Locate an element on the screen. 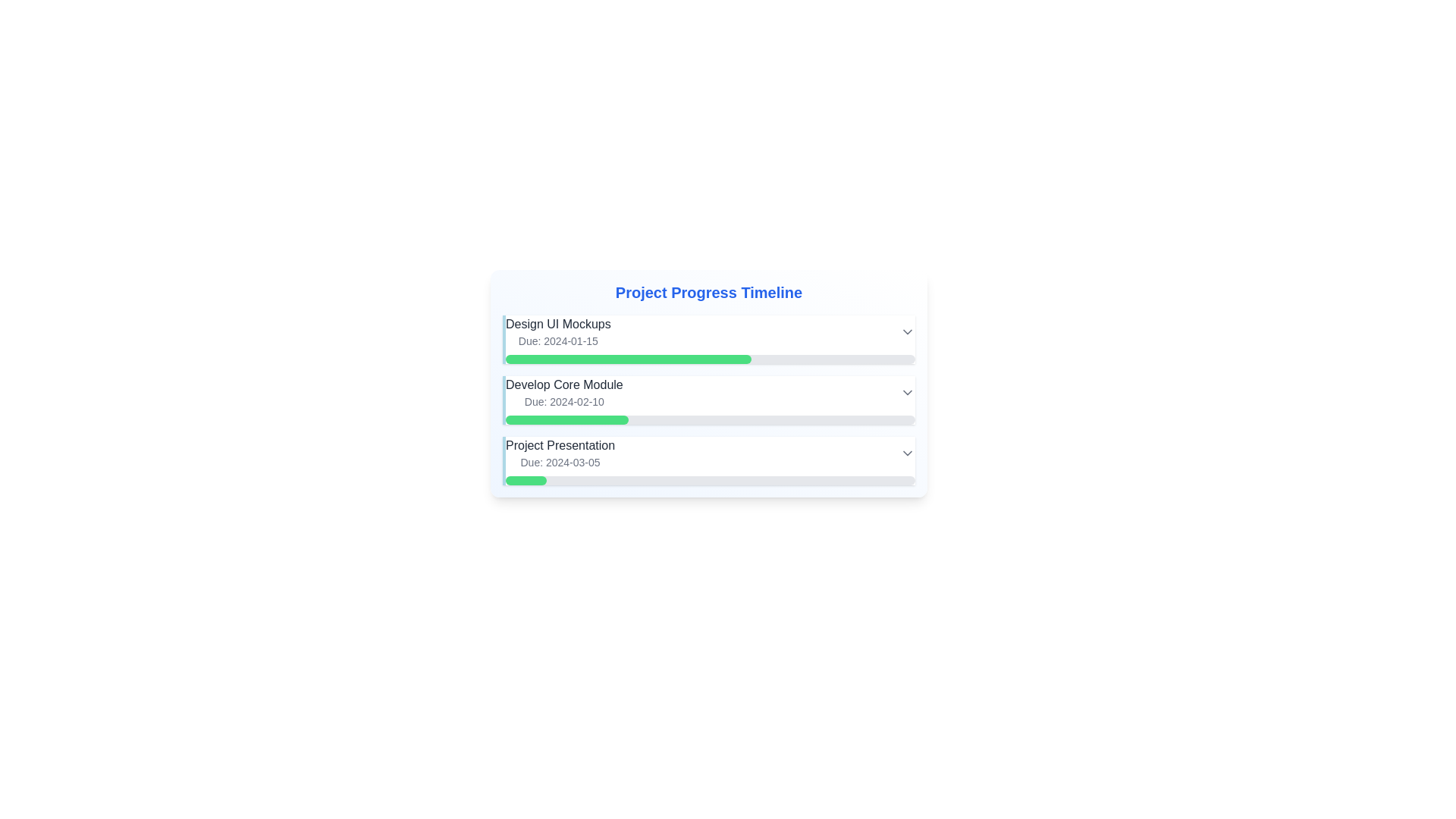  the progress bar indicating the completion status of the 'Project Presentation' task, located at the bottom of the section under 'Due: 2024-03-05' is located at coordinates (709, 480).